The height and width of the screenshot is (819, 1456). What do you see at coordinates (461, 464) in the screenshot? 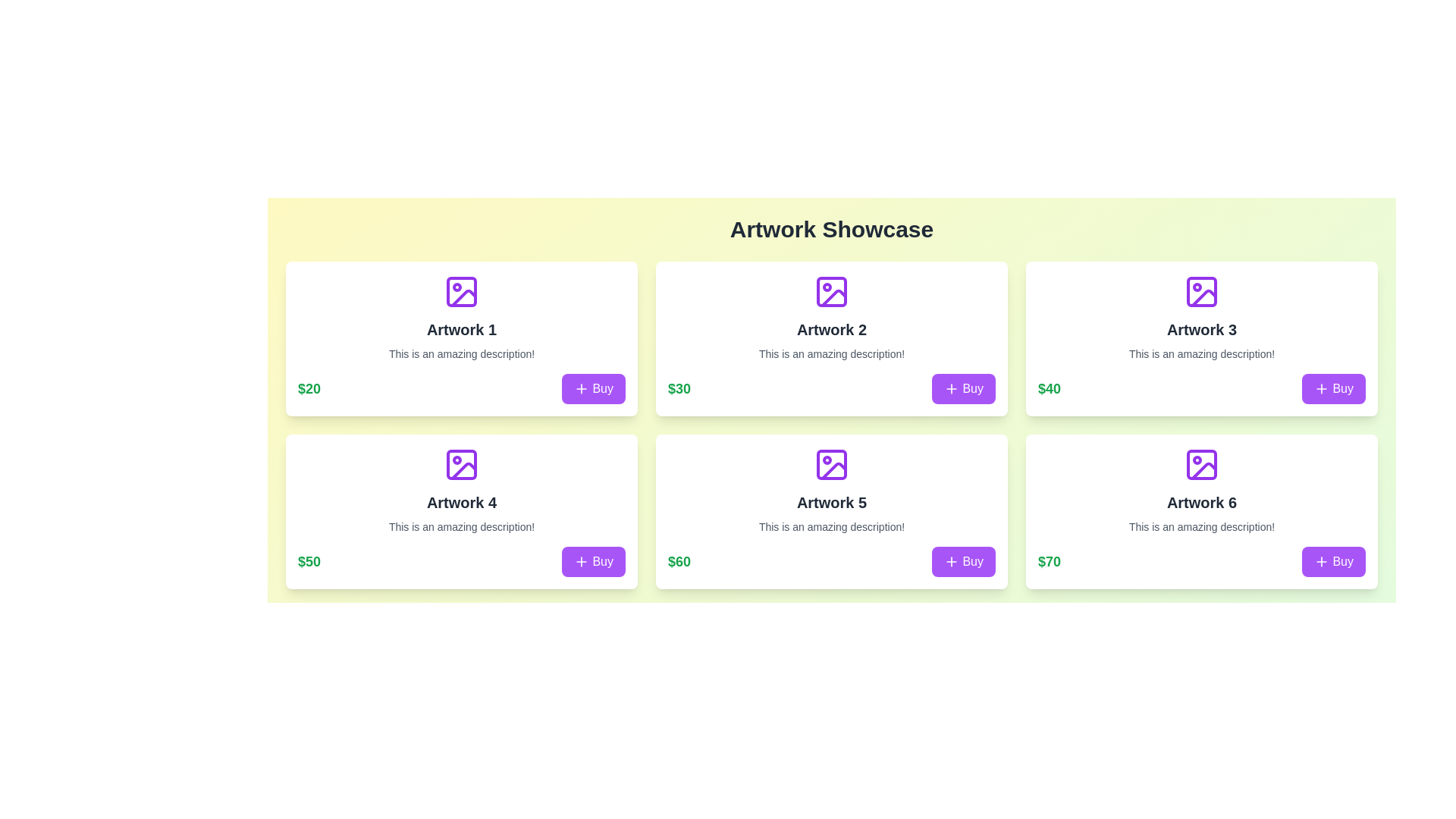
I see `the icon located at the top center of the content card for 'Artwork 4', which displays a stylized image outline in purple with a matching border` at bounding box center [461, 464].